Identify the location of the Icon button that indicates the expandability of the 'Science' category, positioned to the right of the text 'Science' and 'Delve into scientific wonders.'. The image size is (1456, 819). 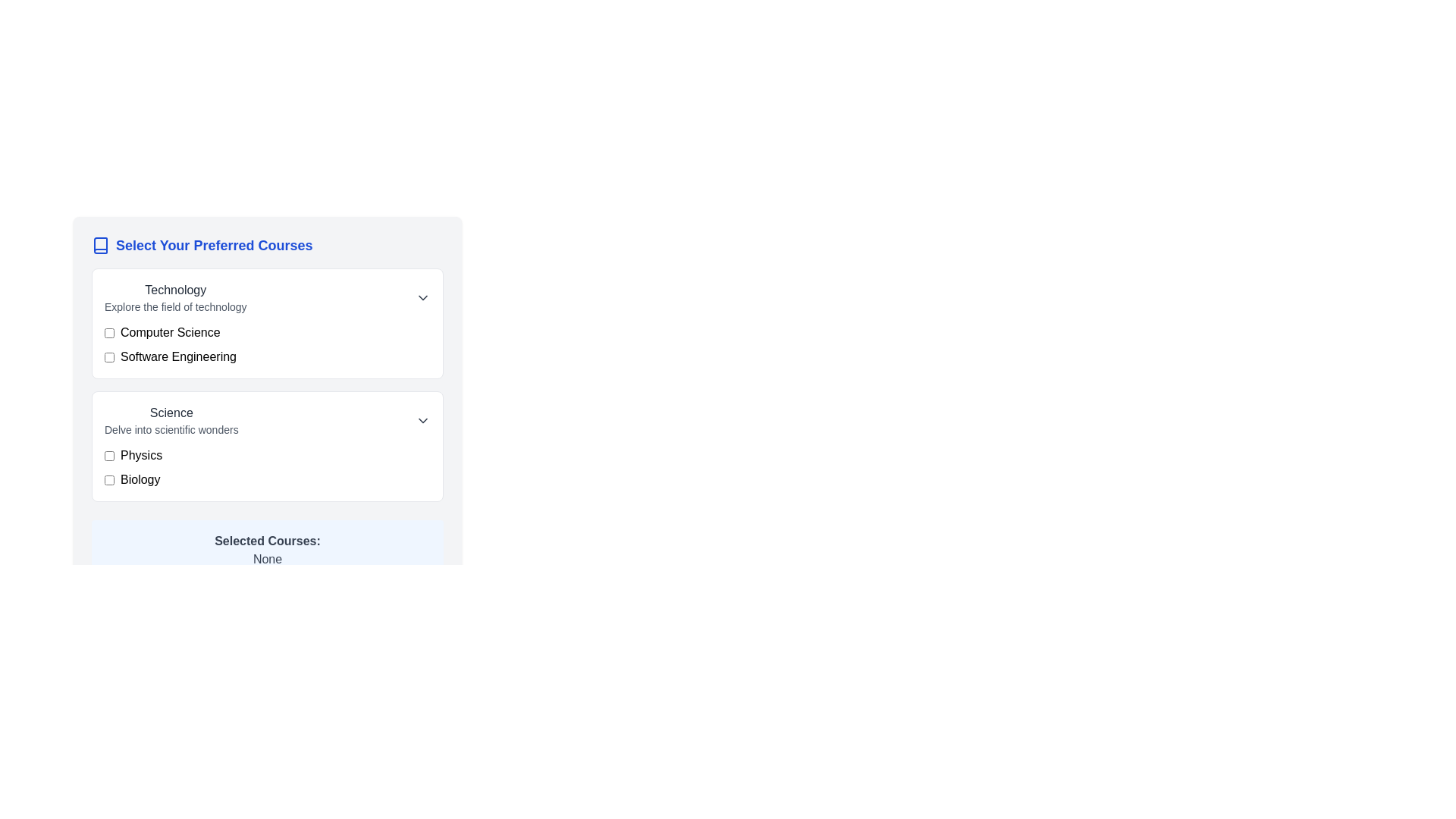
(422, 421).